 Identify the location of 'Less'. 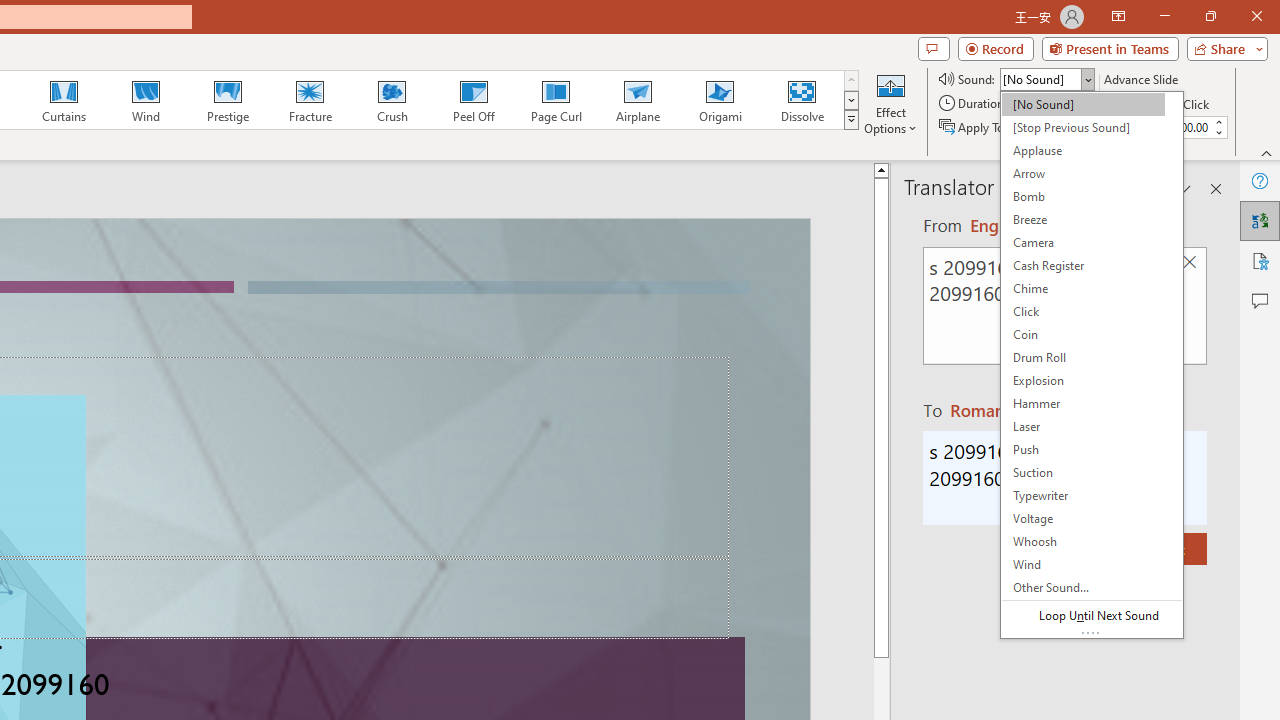
(1217, 132).